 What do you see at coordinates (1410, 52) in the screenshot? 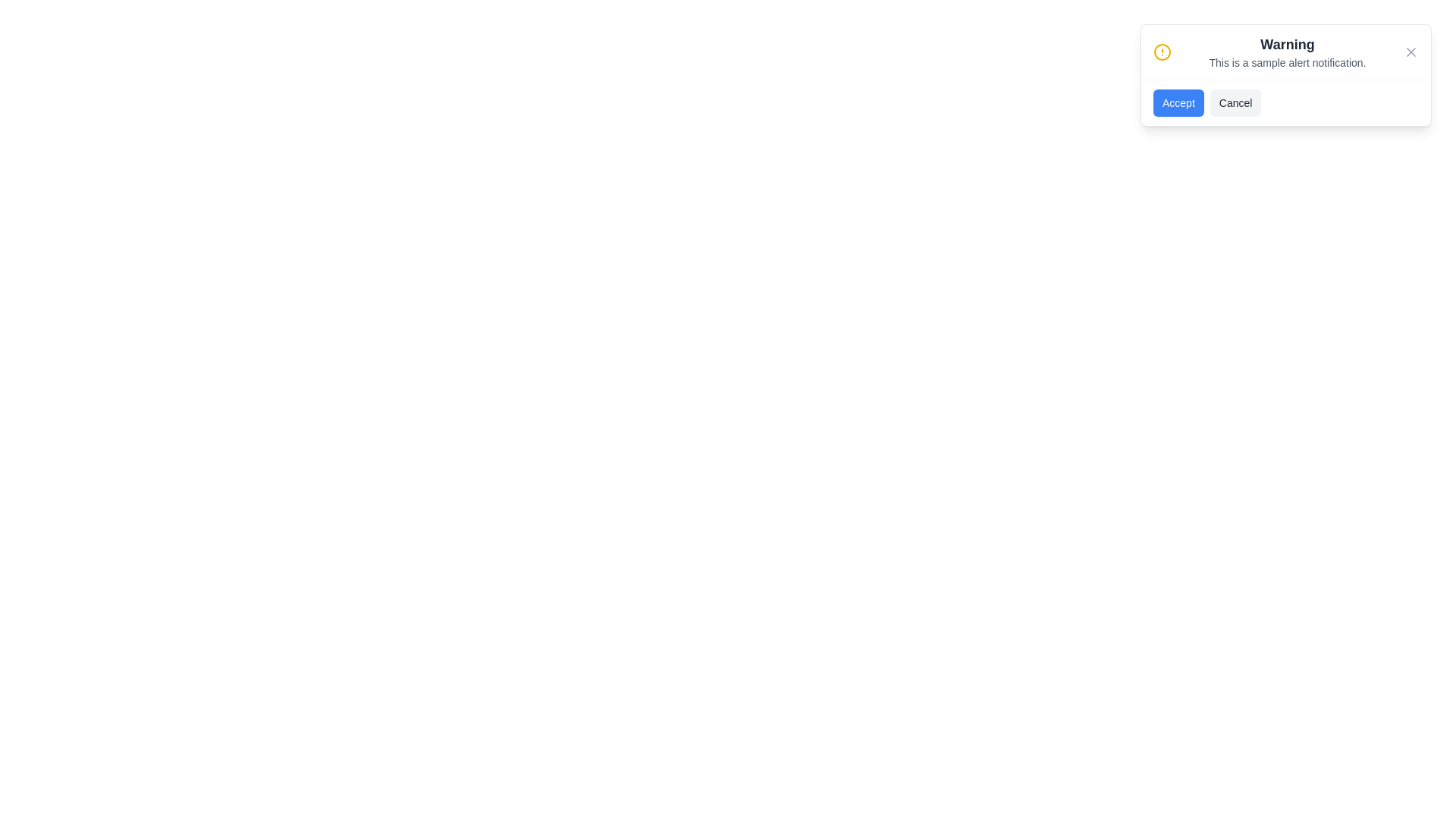
I see `the small gray button with an 'X' symbol located at the top-right corner of the alert box` at bounding box center [1410, 52].